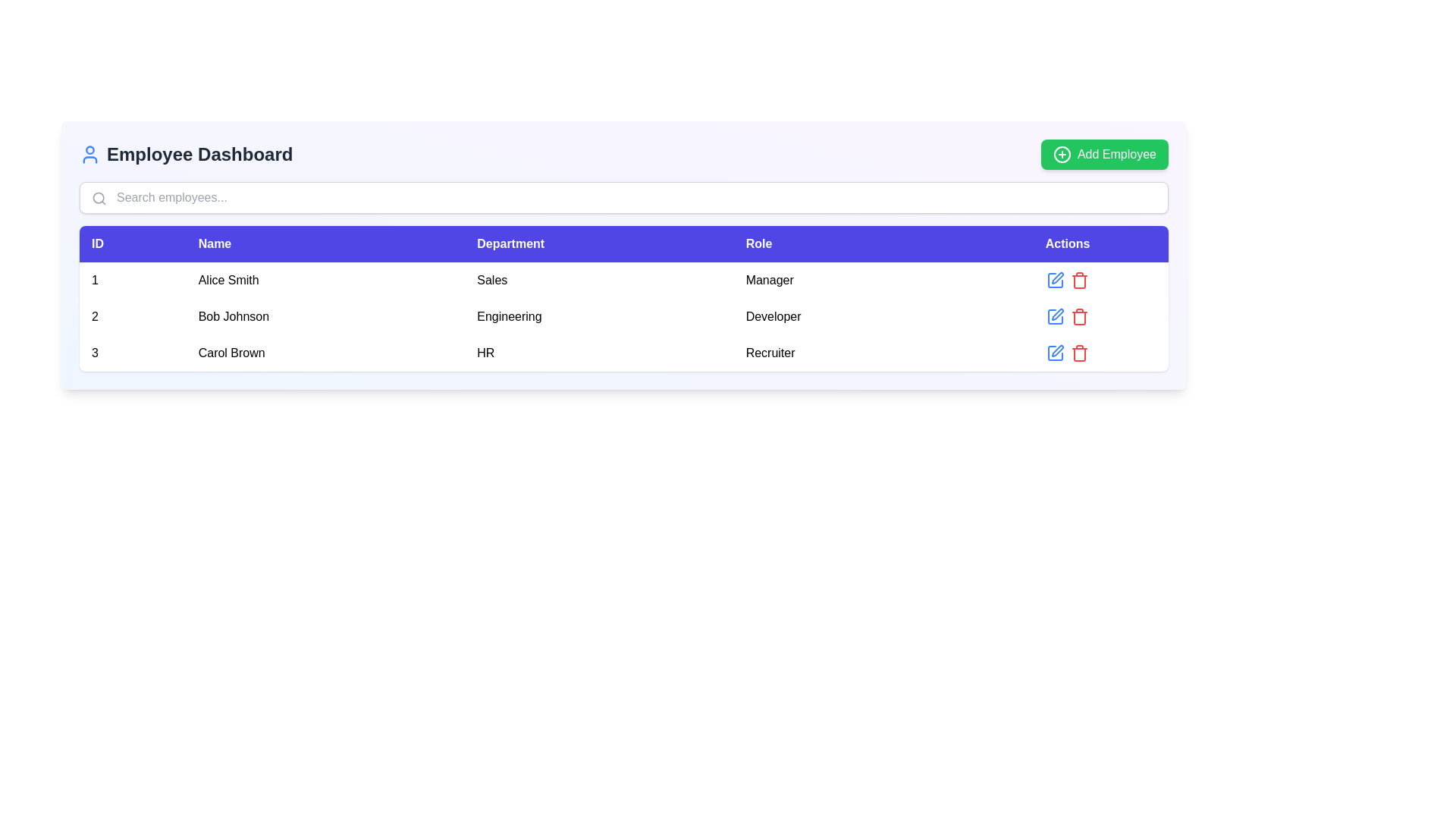 Image resolution: width=1456 pixels, height=819 pixels. I want to click on the pencil-shaped icon in the 'Actions' column of the table for user 'Bob Johnson' to initiate editing, so click(1055, 315).